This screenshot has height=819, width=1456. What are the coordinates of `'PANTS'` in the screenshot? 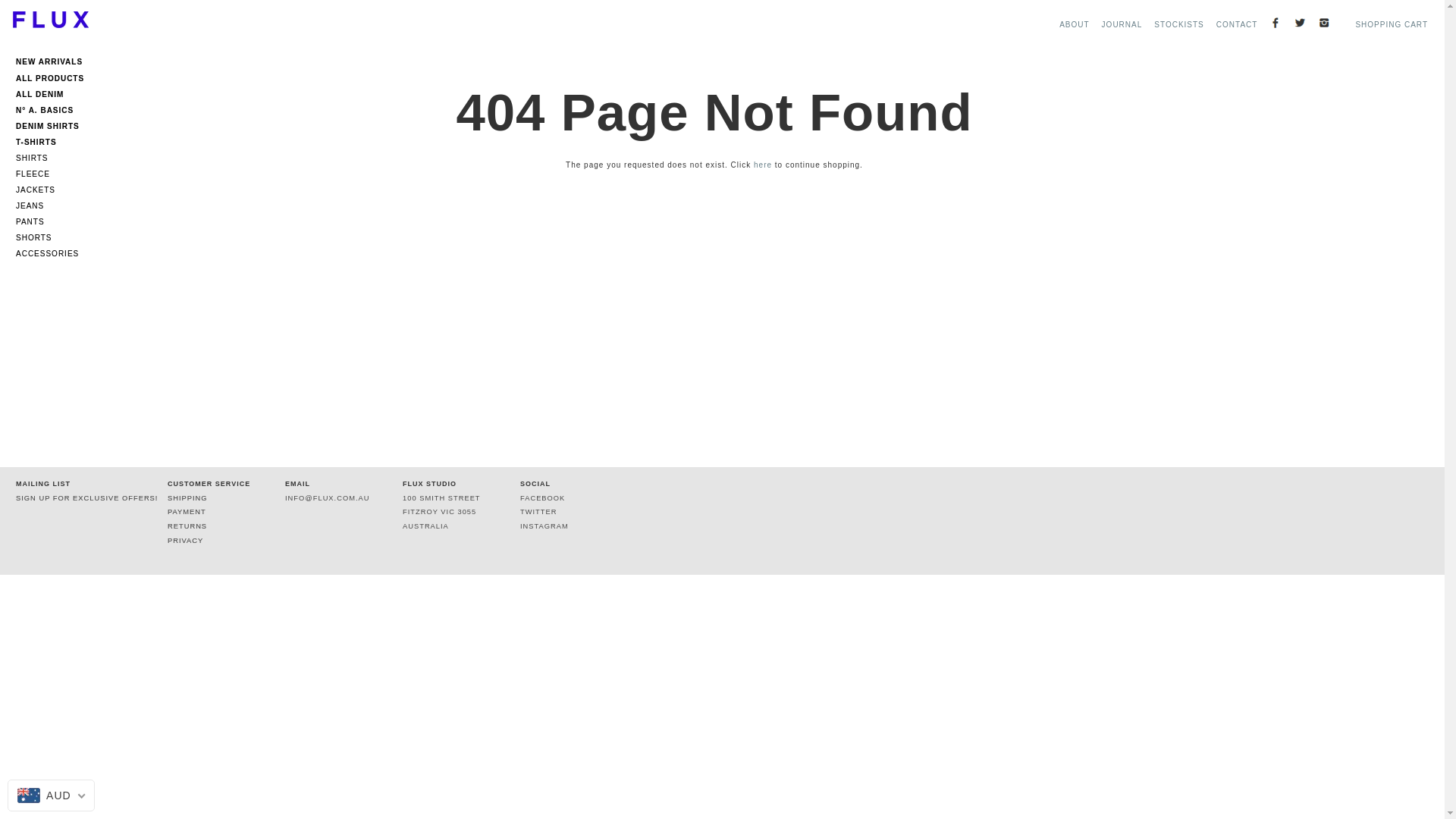 It's located at (15, 221).